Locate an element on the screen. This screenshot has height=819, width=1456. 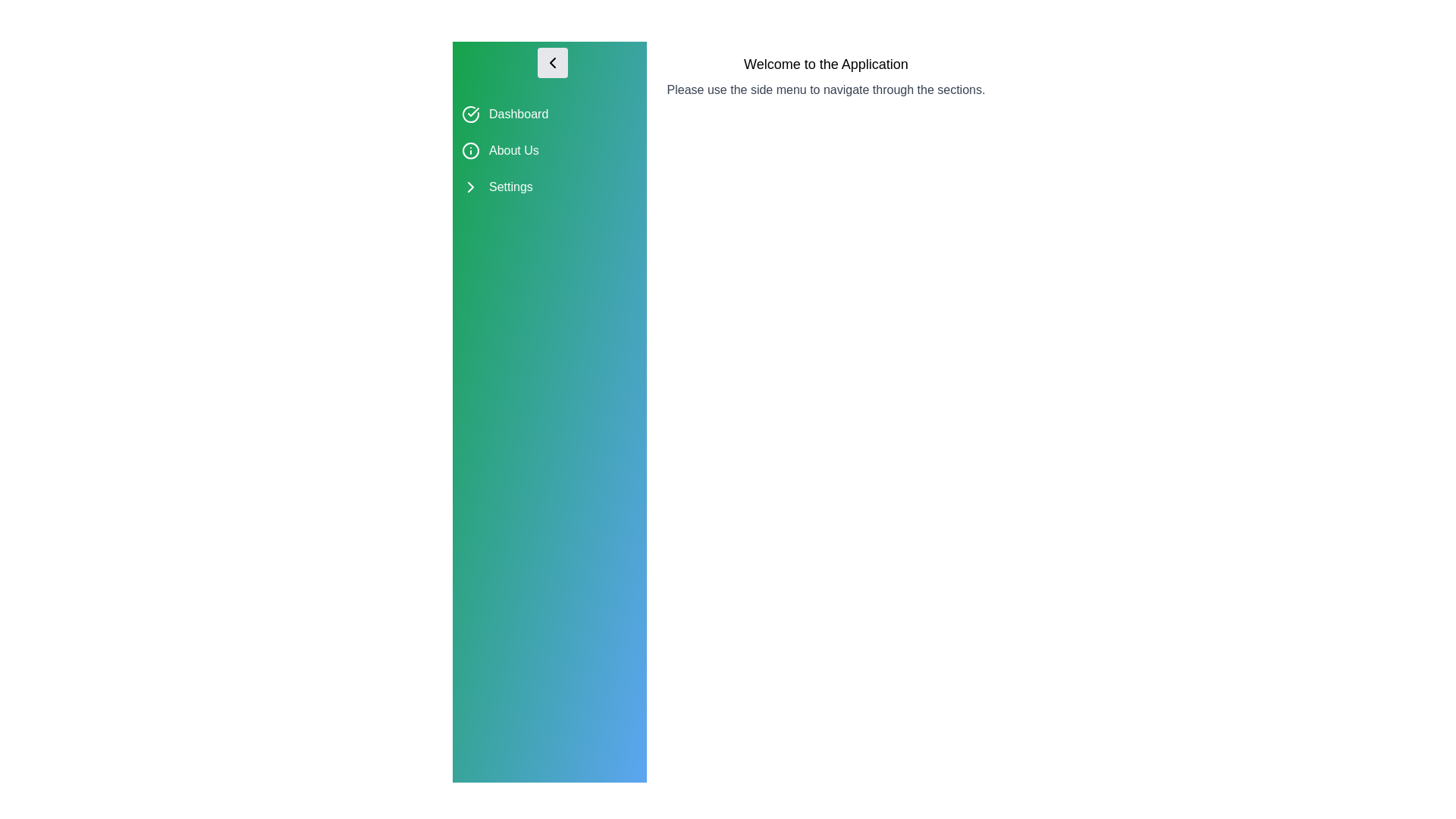
the menu item Dashboard is located at coordinates (548, 113).